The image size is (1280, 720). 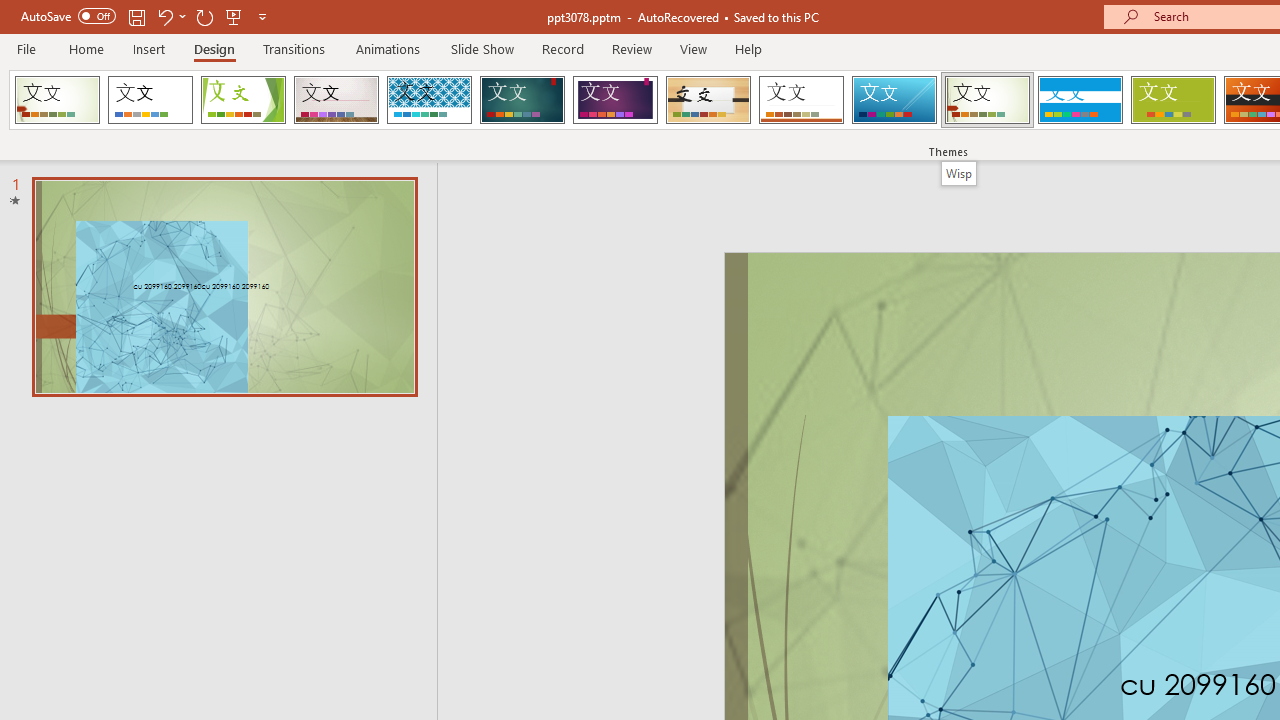 I want to click on 'Animations', so click(x=388, y=48).